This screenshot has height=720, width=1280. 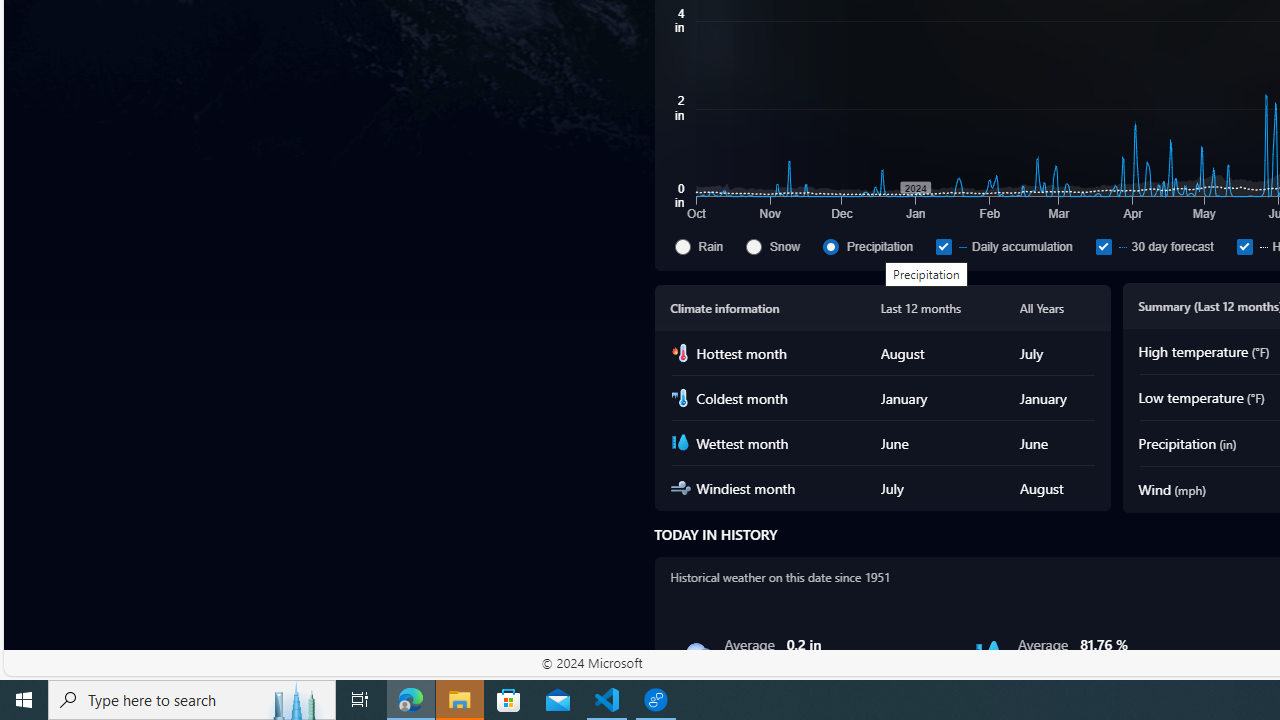 I want to click on '30 day forecast', so click(x=1161, y=245).